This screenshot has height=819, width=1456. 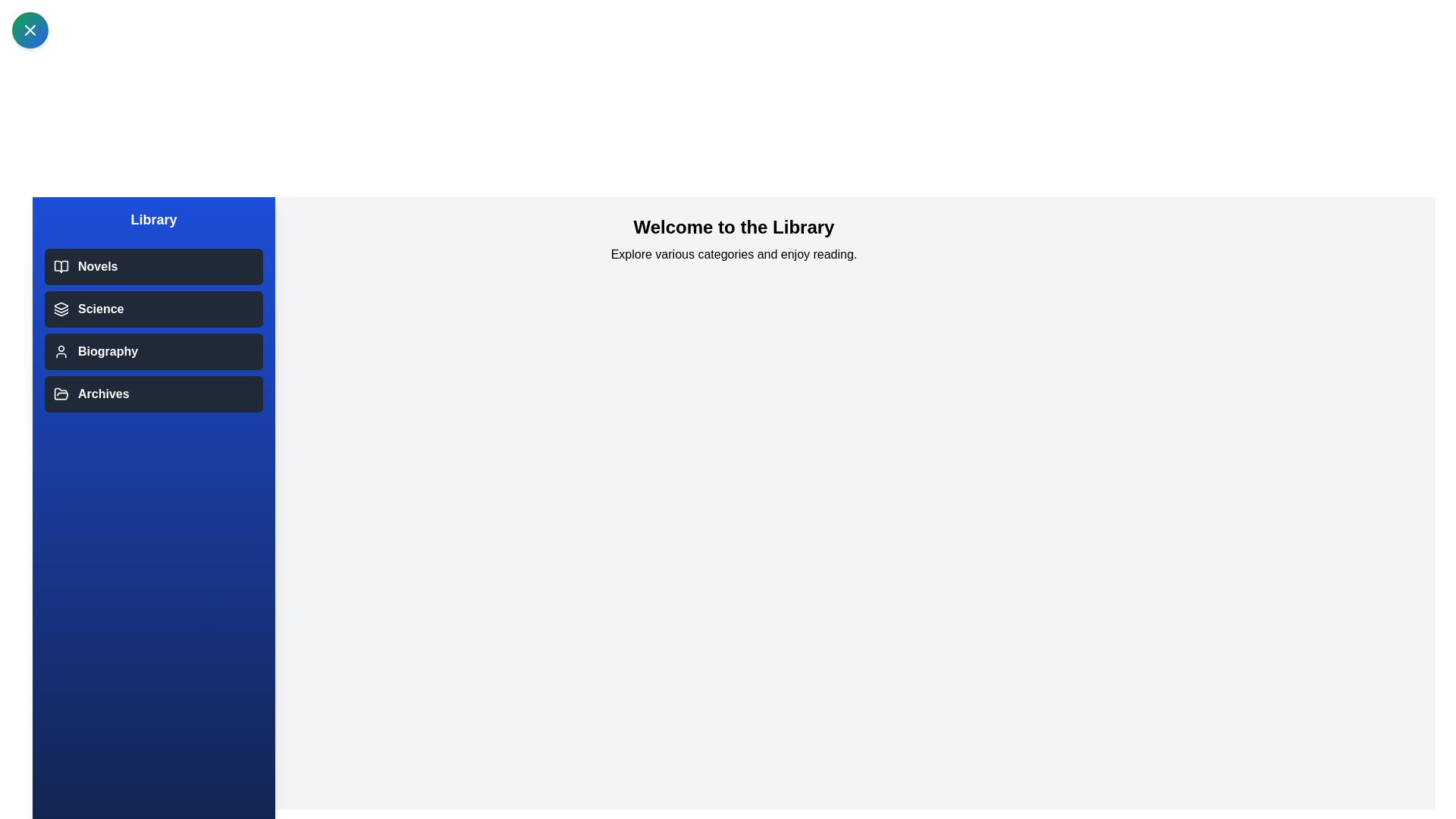 What do you see at coordinates (153, 265) in the screenshot?
I see `the category Novels in the drawer list` at bounding box center [153, 265].